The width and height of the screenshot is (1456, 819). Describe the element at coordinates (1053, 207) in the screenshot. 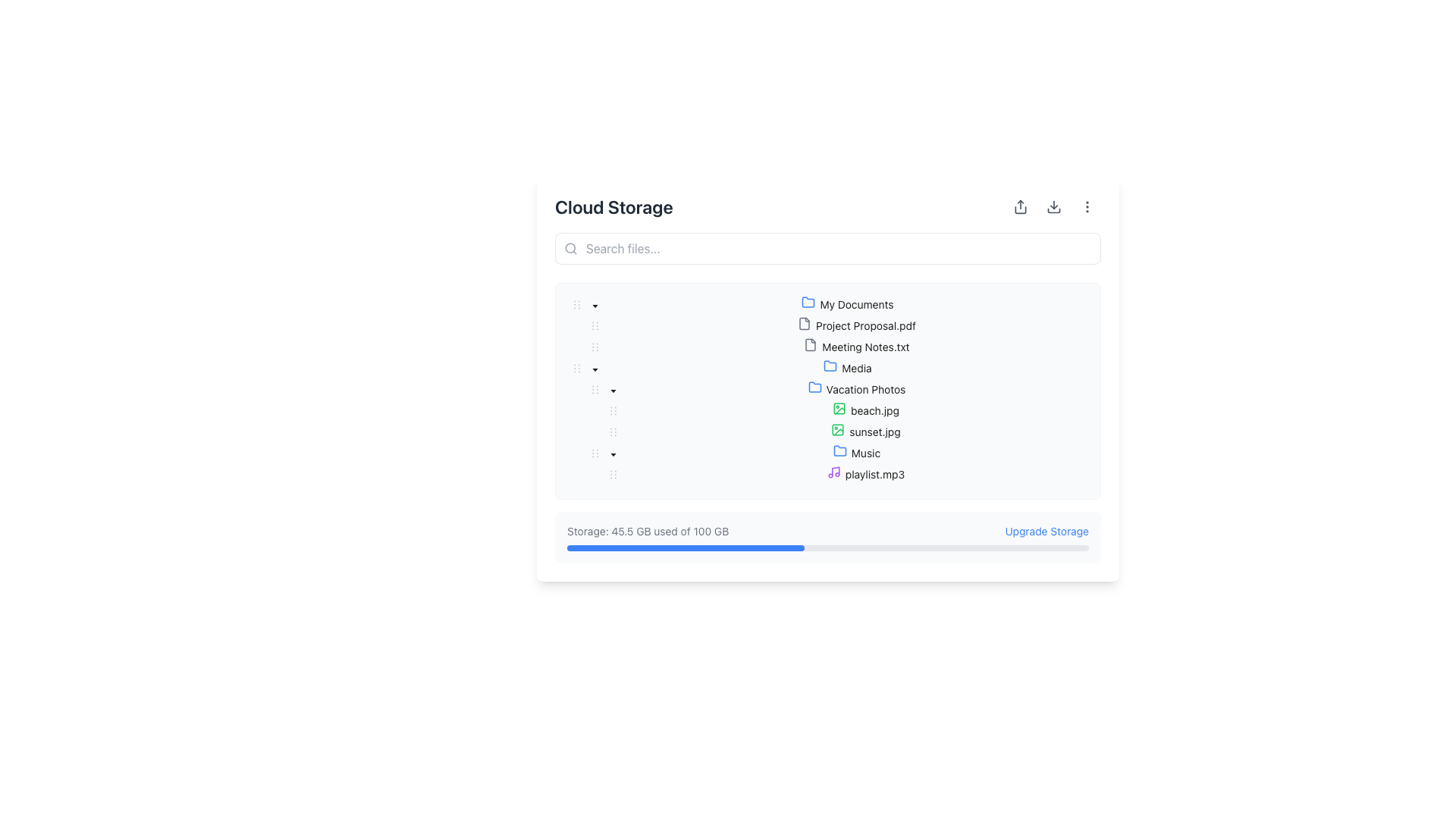

I see `the download icon located in the upper right corner of the application interface to initiate the download action` at that location.